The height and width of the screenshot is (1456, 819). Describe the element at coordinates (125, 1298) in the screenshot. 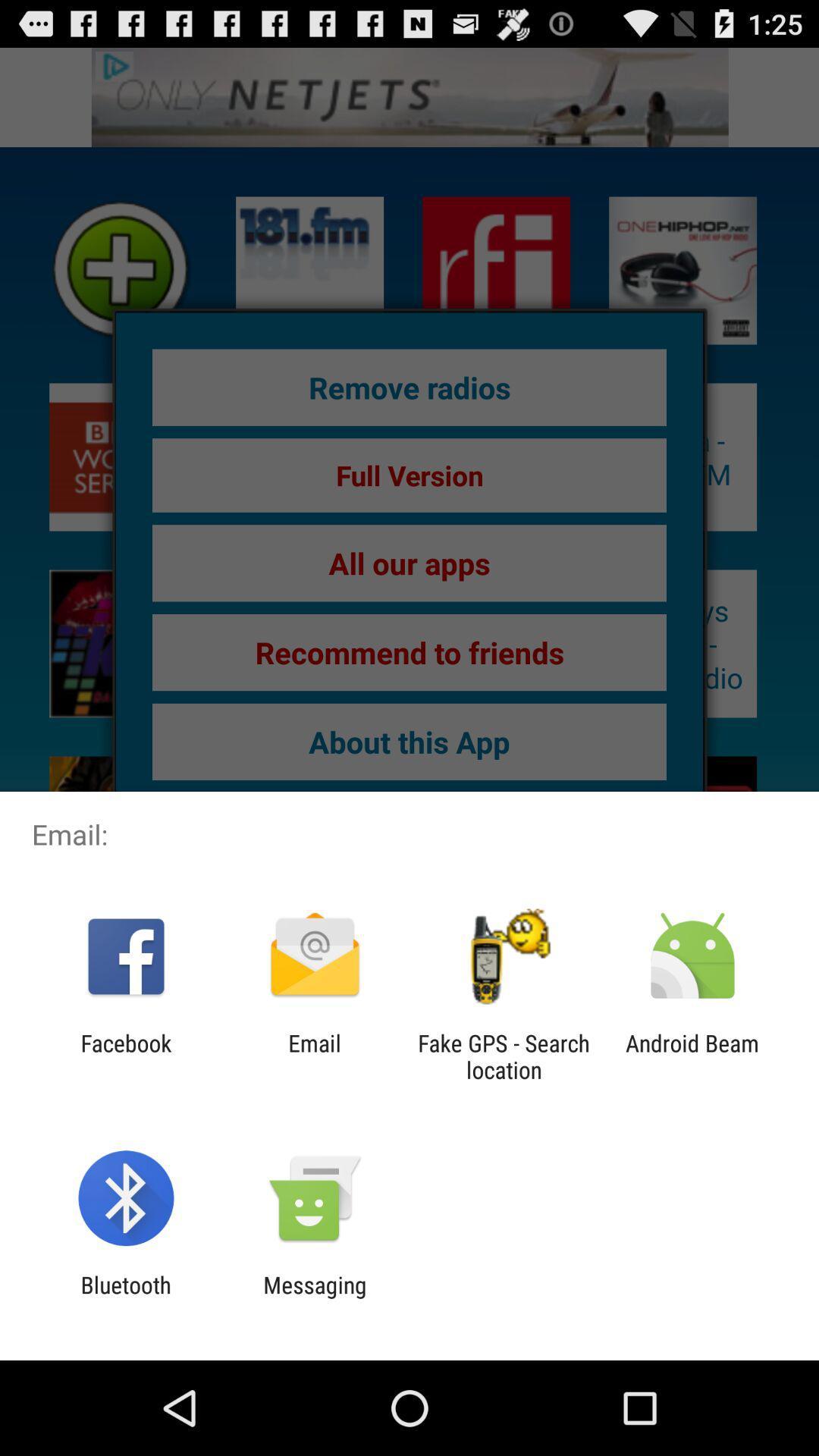

I see `the app next to the messaging app` at that location.